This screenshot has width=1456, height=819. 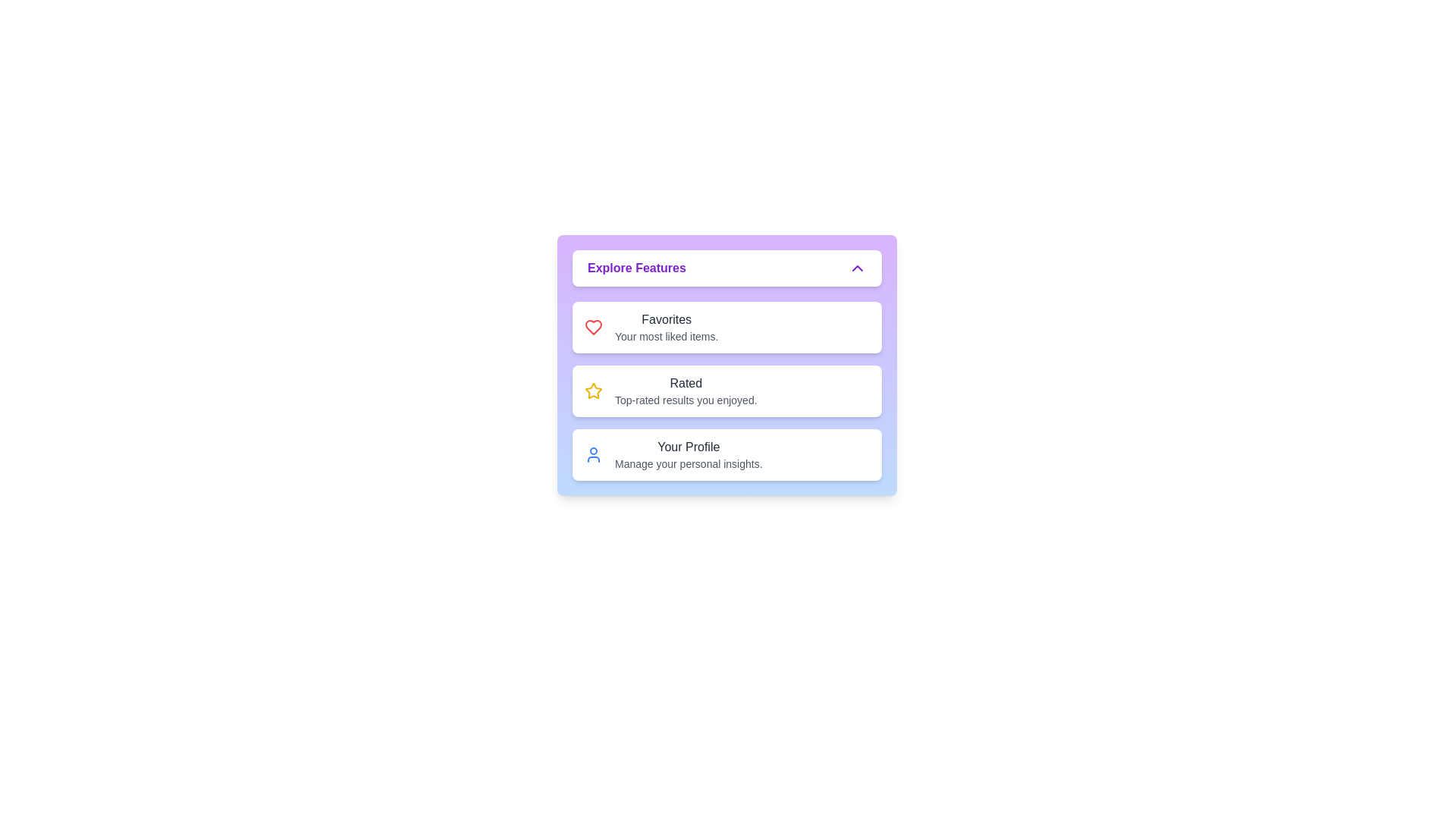 What do you see at coordinates (592, 454) in the screenshot?
I see `the supplementary icon indicating the purpose of the 'Your Profile' section, positioned at the top-left corner of the section` at bounding box center [592, 454].